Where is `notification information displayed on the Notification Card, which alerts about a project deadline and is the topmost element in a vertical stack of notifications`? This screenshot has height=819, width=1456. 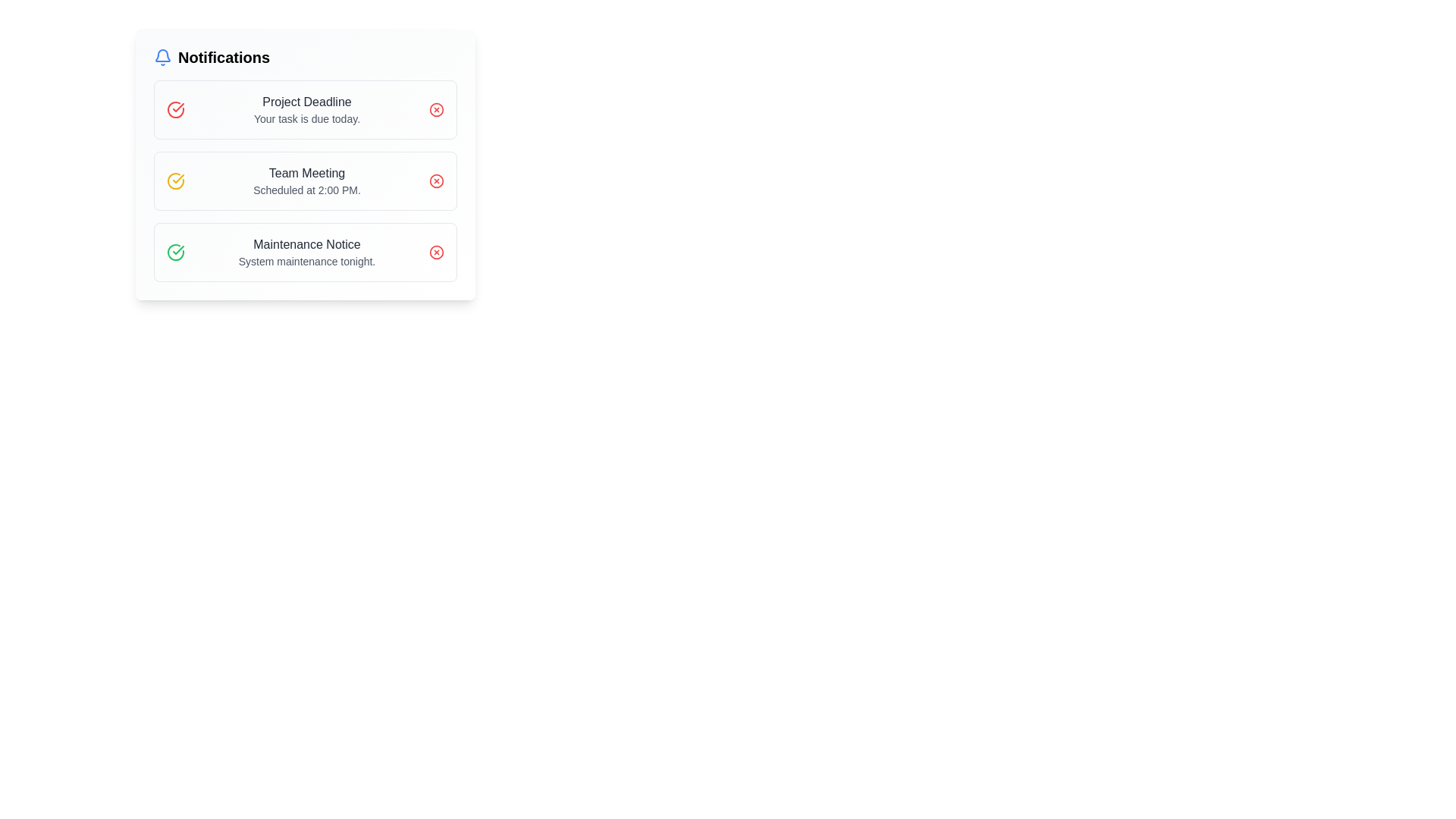 notification information displayed on the Notification Card, which alerts about a project deadline and is the topmost element in a vertical stack of notifications is located at coordinates (305, 109).